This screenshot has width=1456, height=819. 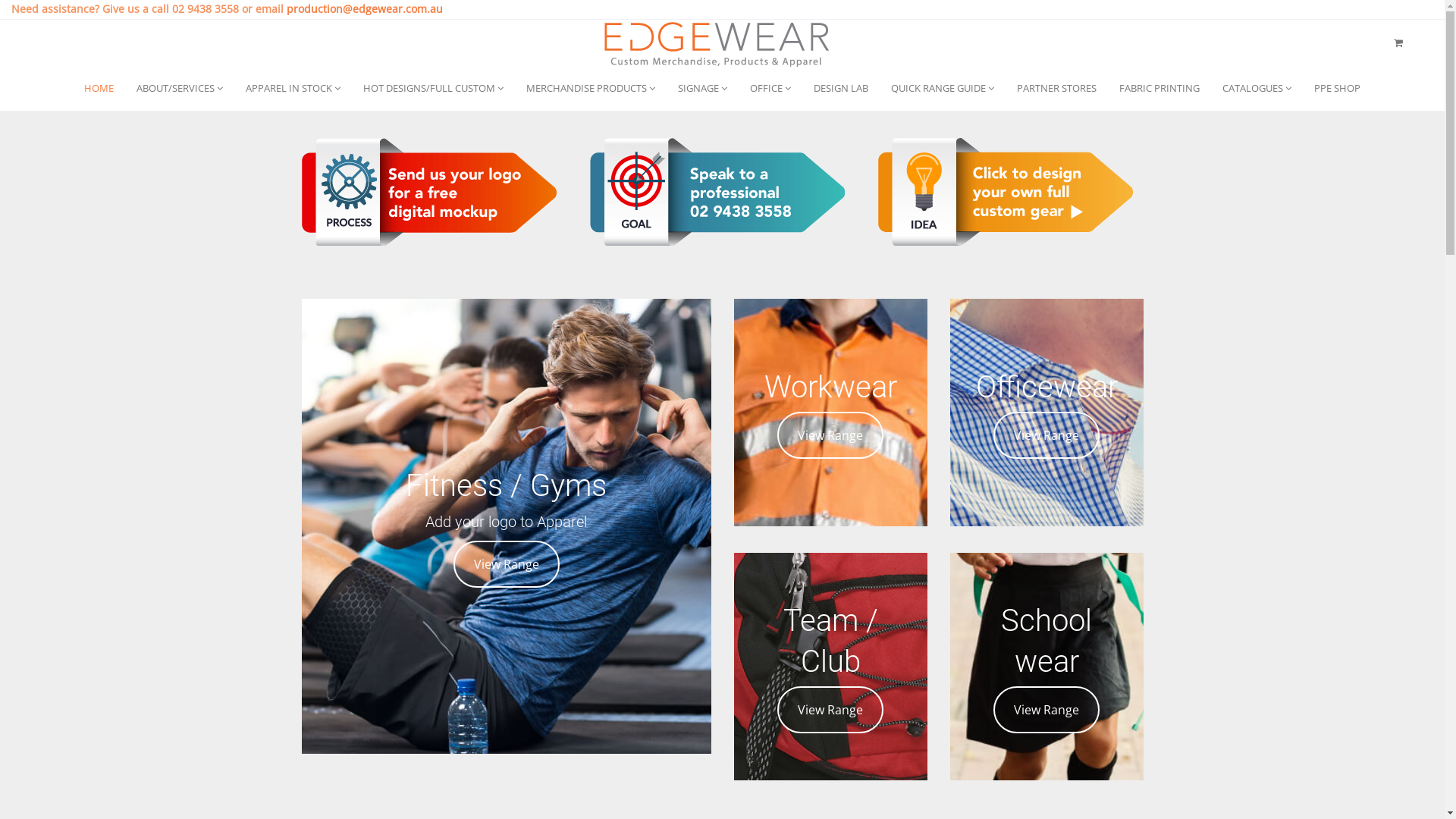 I want to click on 'DESIGN LAB', so click(x=801, y=87).